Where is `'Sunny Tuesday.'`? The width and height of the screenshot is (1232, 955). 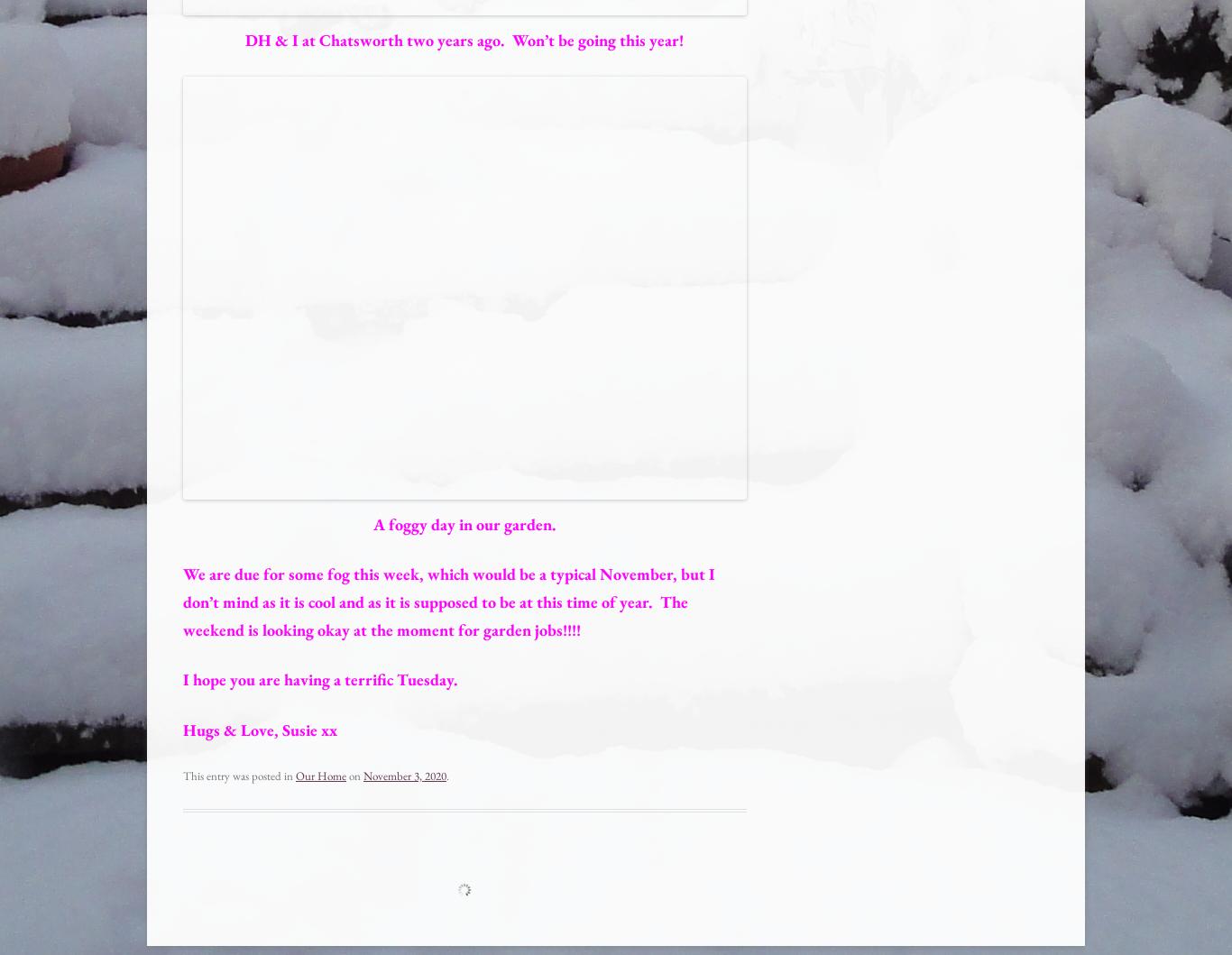 'Sunny Tuesday.' is located at coordinates (272, 891).